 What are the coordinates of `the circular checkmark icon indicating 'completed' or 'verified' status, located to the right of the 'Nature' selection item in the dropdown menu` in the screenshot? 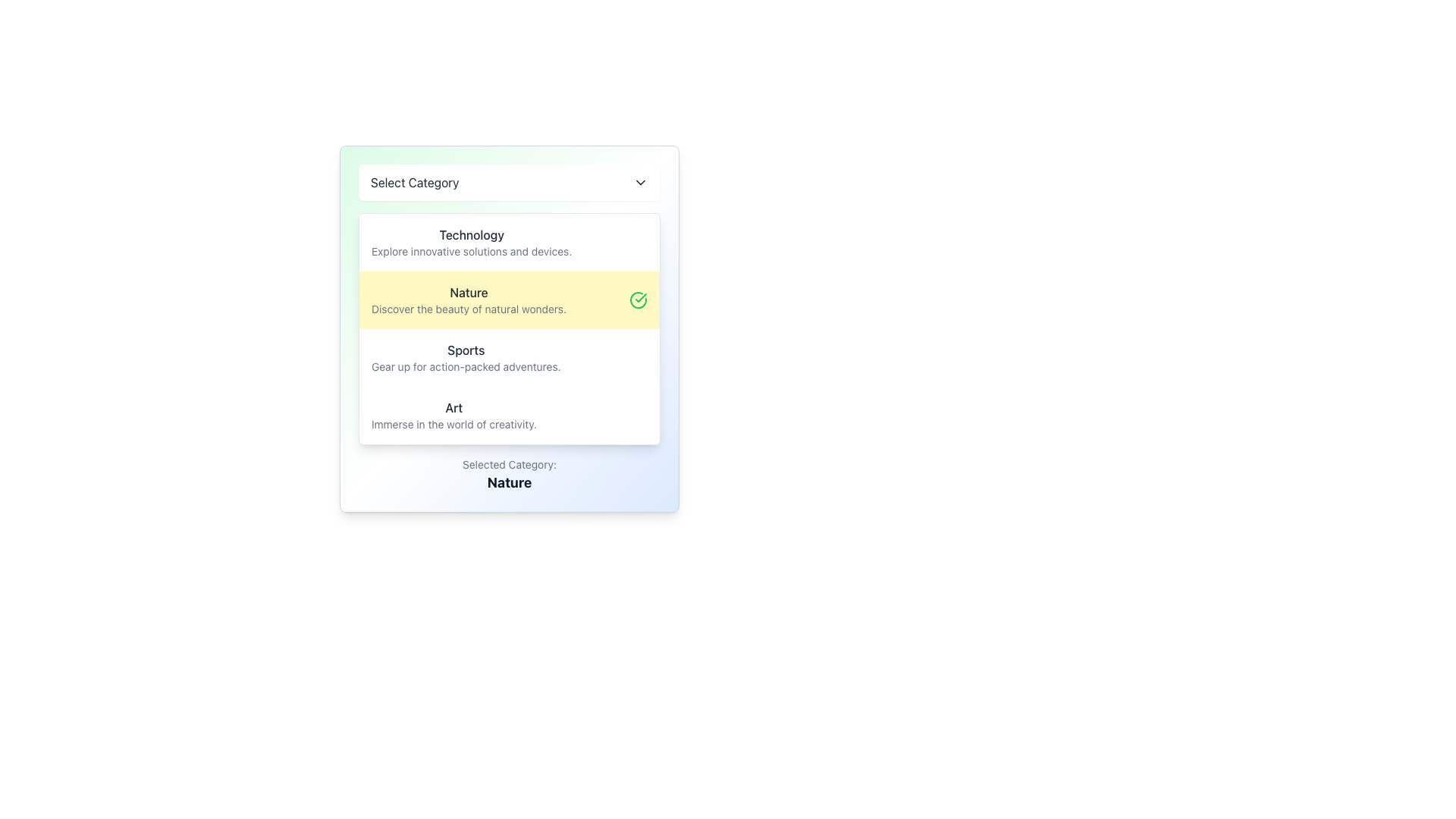 It's located at (638, 300).